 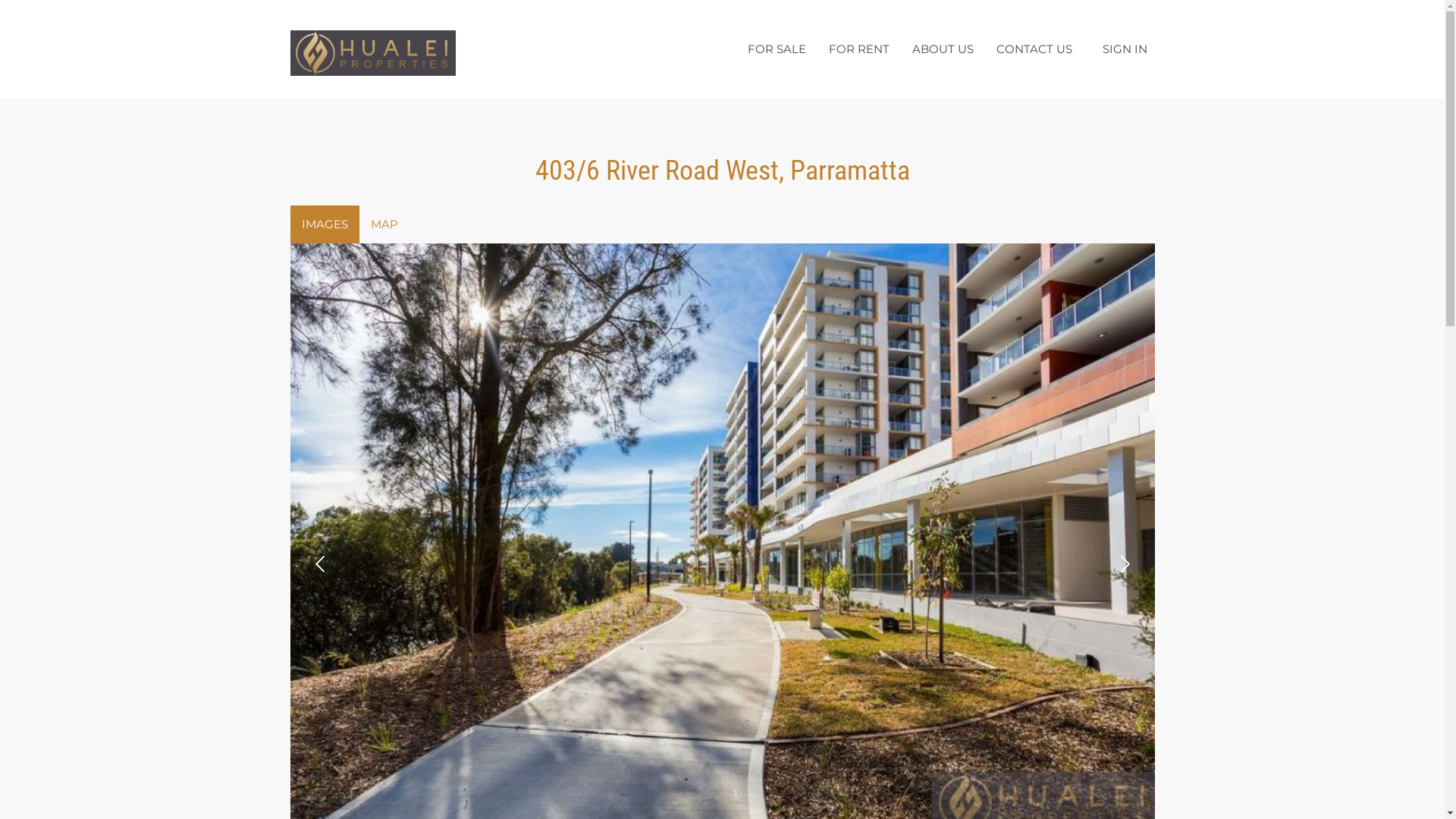 What do you see at coordinates (319, 564) in the screenshot?
I see `'prev'` at bounding box center [319, 564].